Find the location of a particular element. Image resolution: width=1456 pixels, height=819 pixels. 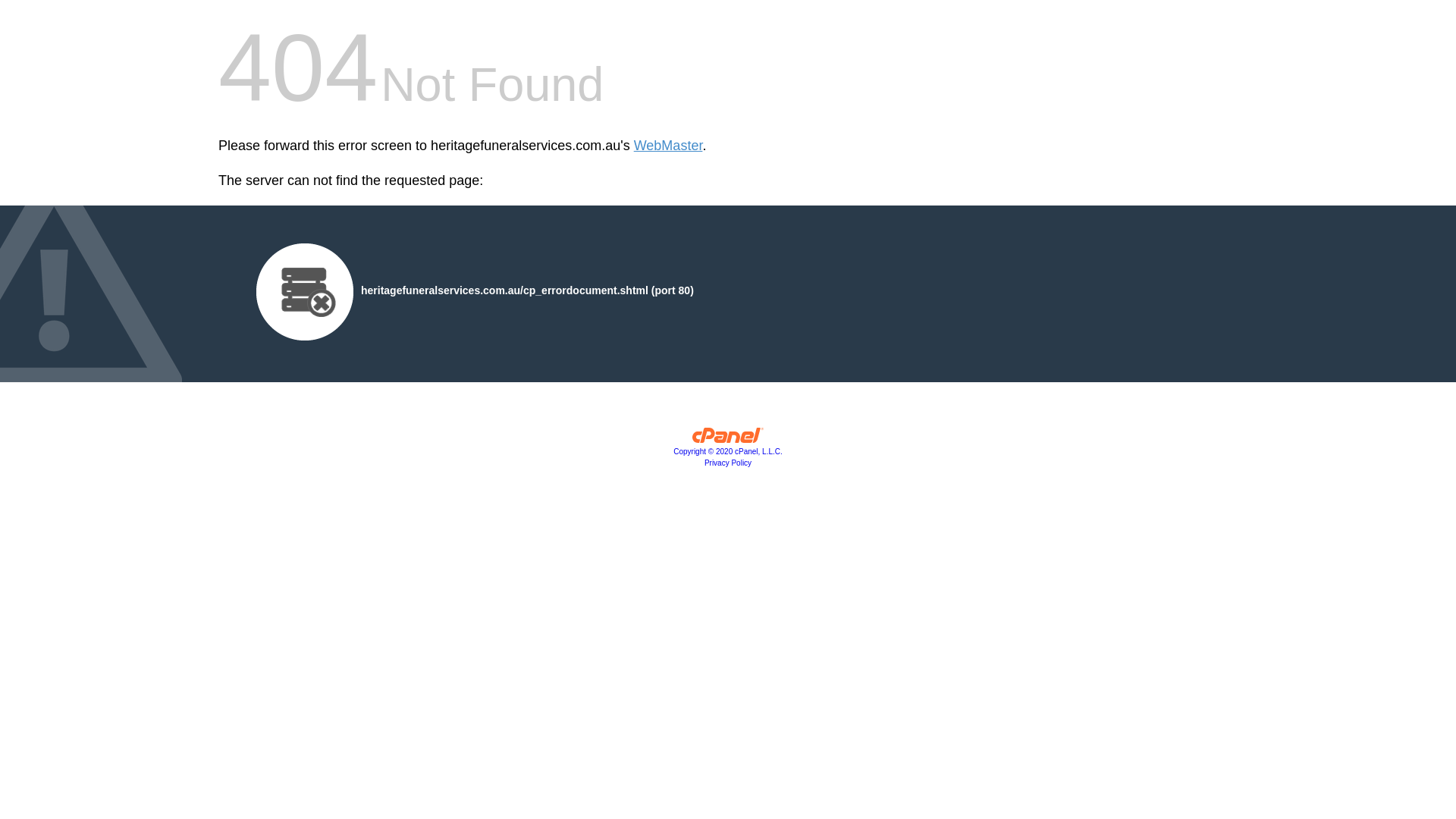

'cPanel, Inc.' is located at coordinates (728, 438).